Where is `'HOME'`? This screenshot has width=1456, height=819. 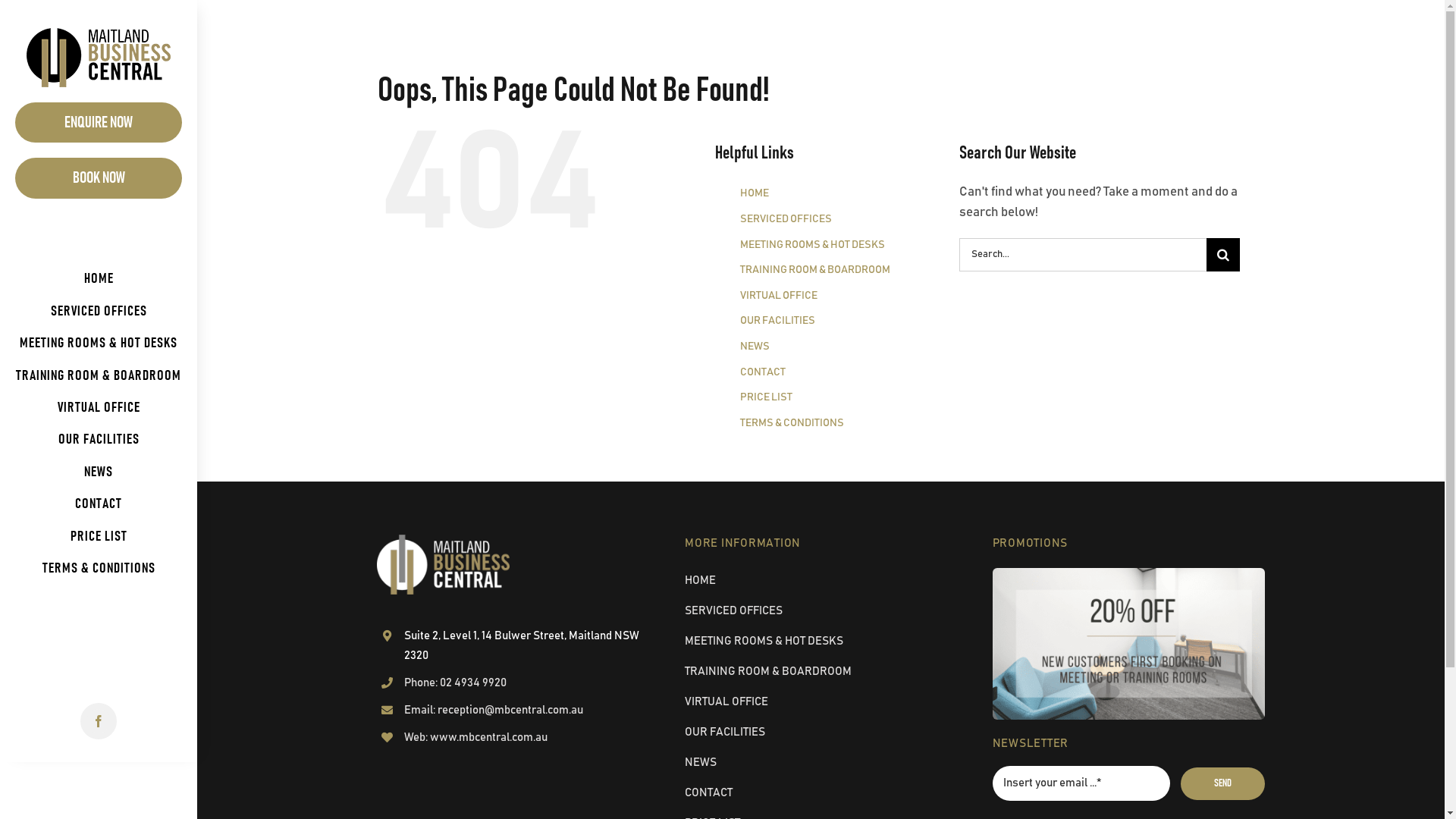 'HOME' is located at coordinates (754, 192).